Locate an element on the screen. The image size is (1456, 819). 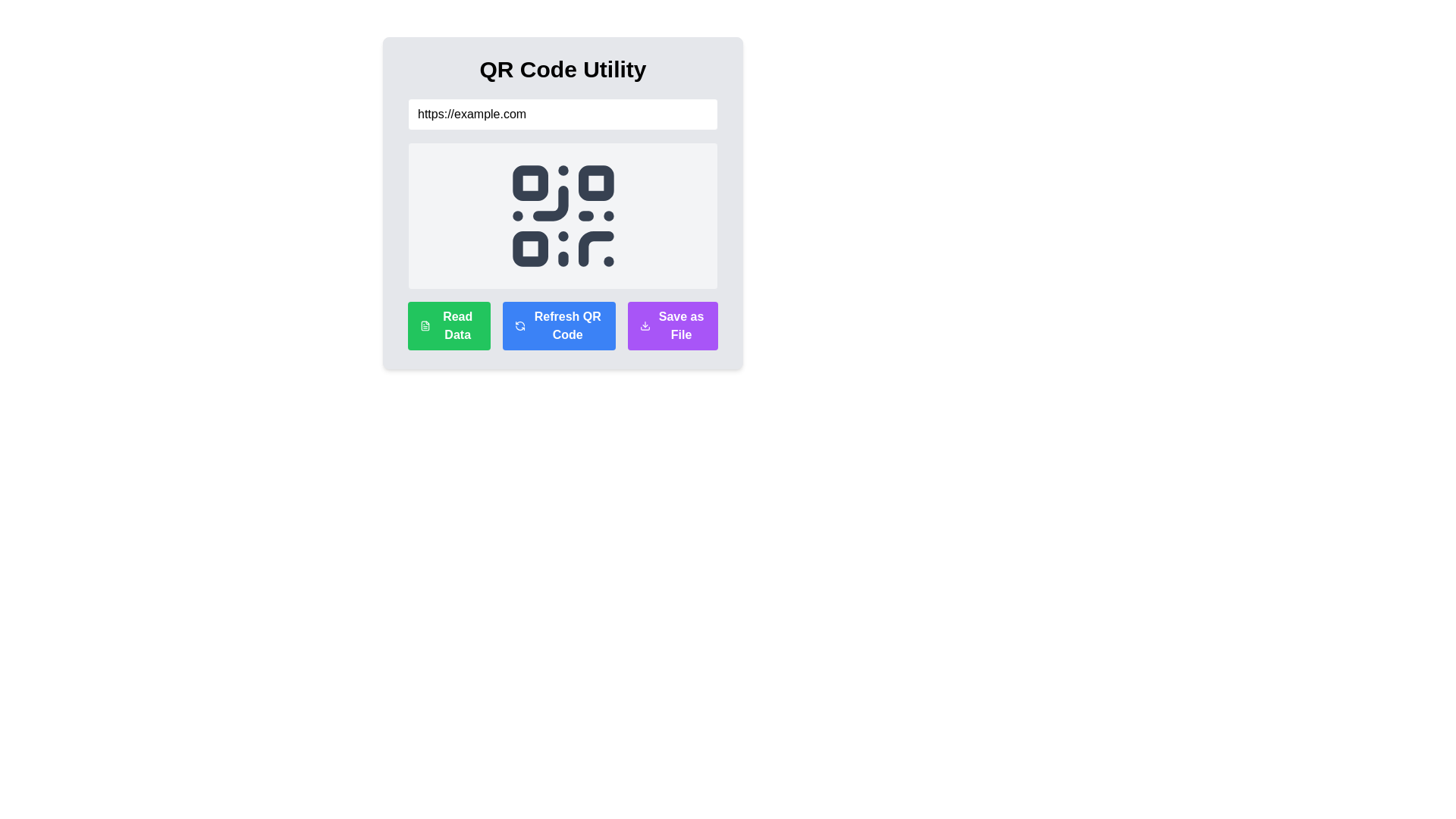
the appearance of the download icon, which resembles a downward-pointing arrow and is located within the 'Save as File' button, to the left of the button's text is located at coordinates (645, 325).